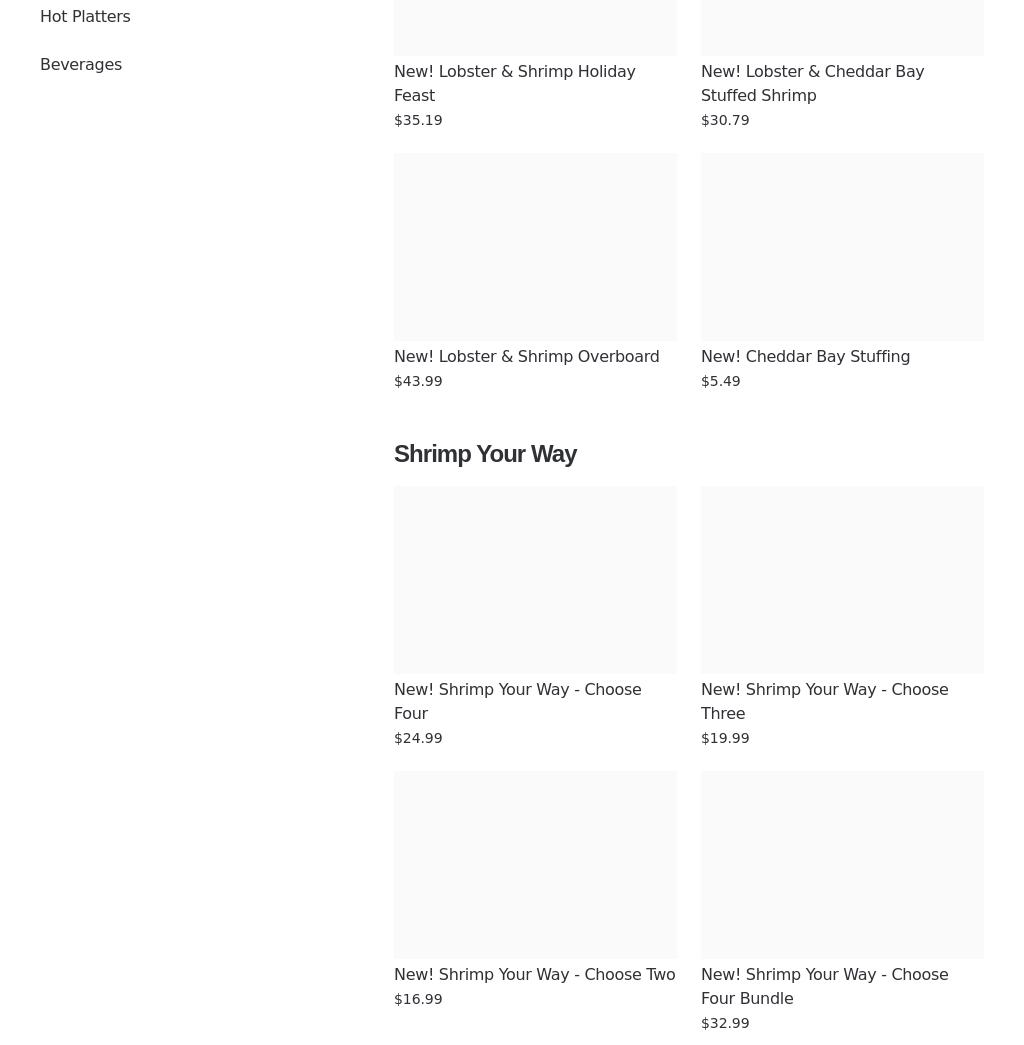 This screenshot has height=1045, width=1024. I want to click on 'New! Shrimp Your Way - Choose Three', so click(825, 700).